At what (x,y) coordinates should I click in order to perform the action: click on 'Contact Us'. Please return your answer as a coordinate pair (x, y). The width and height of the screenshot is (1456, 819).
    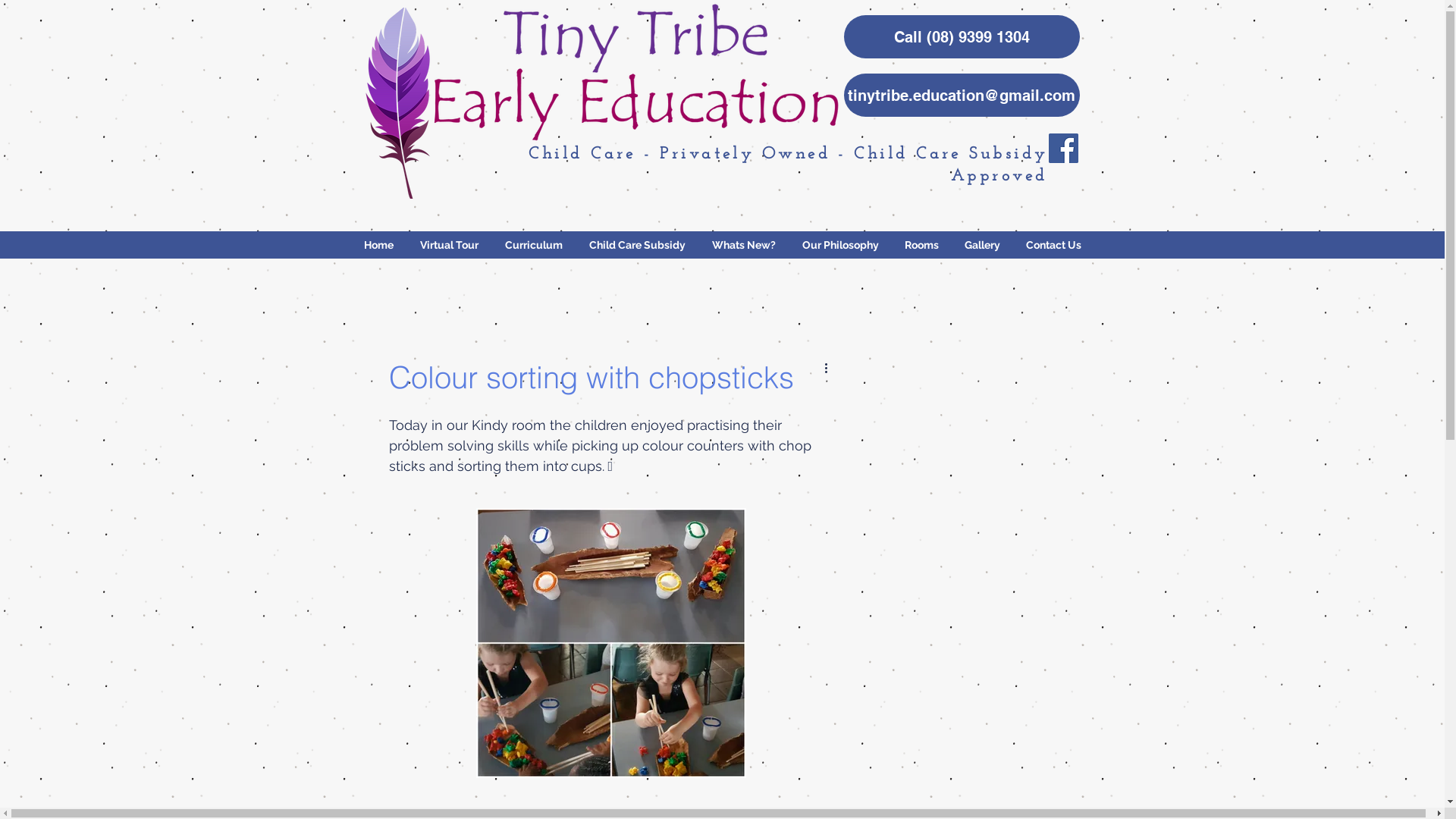
    Looking at the image, I should click on (1053, 244).